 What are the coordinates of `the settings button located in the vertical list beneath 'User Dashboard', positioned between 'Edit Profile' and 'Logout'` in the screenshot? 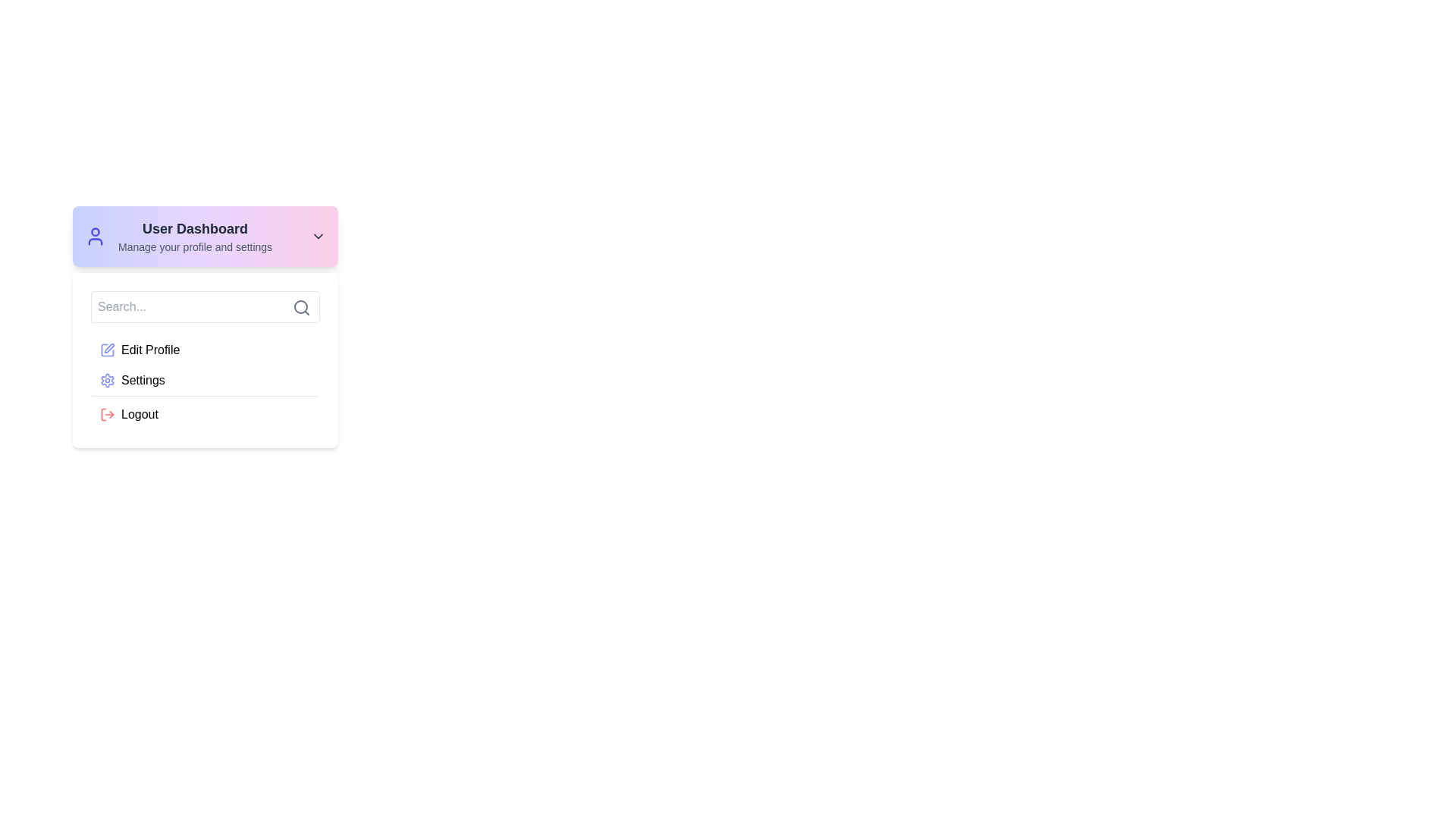 It's located at (204, 379).